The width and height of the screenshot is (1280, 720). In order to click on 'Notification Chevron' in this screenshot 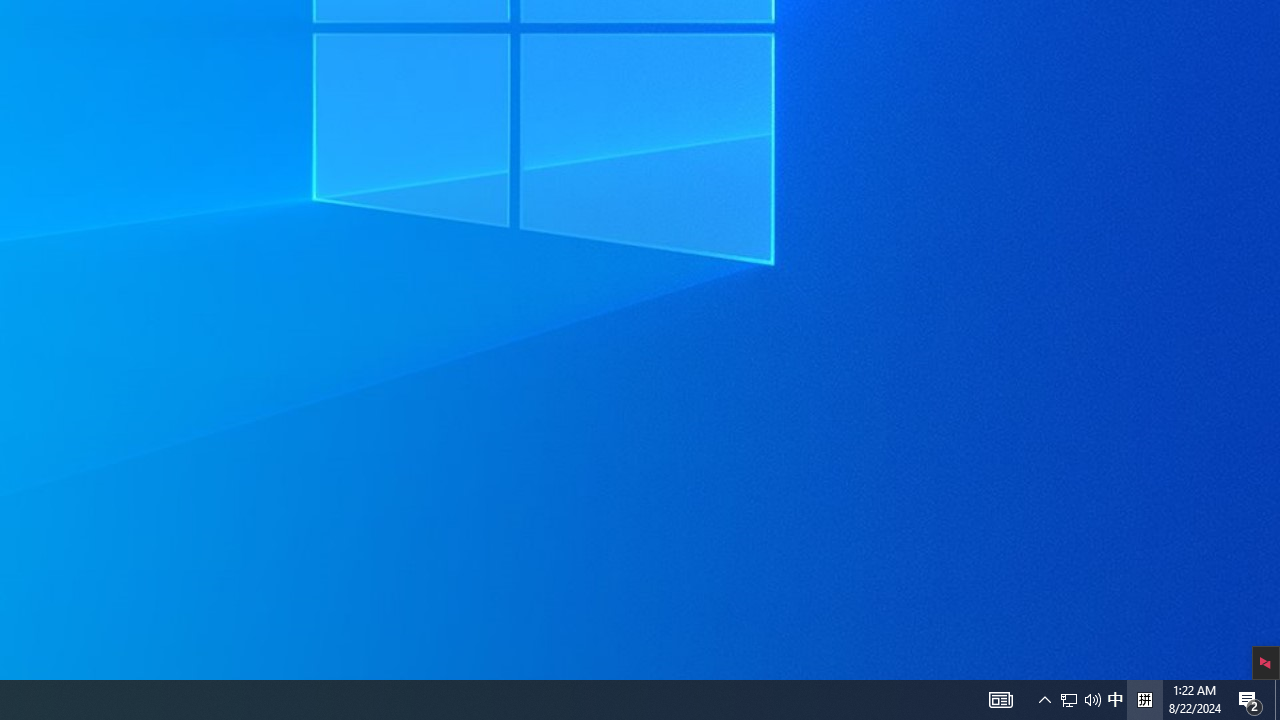, I will do `click(1092, 698)`.